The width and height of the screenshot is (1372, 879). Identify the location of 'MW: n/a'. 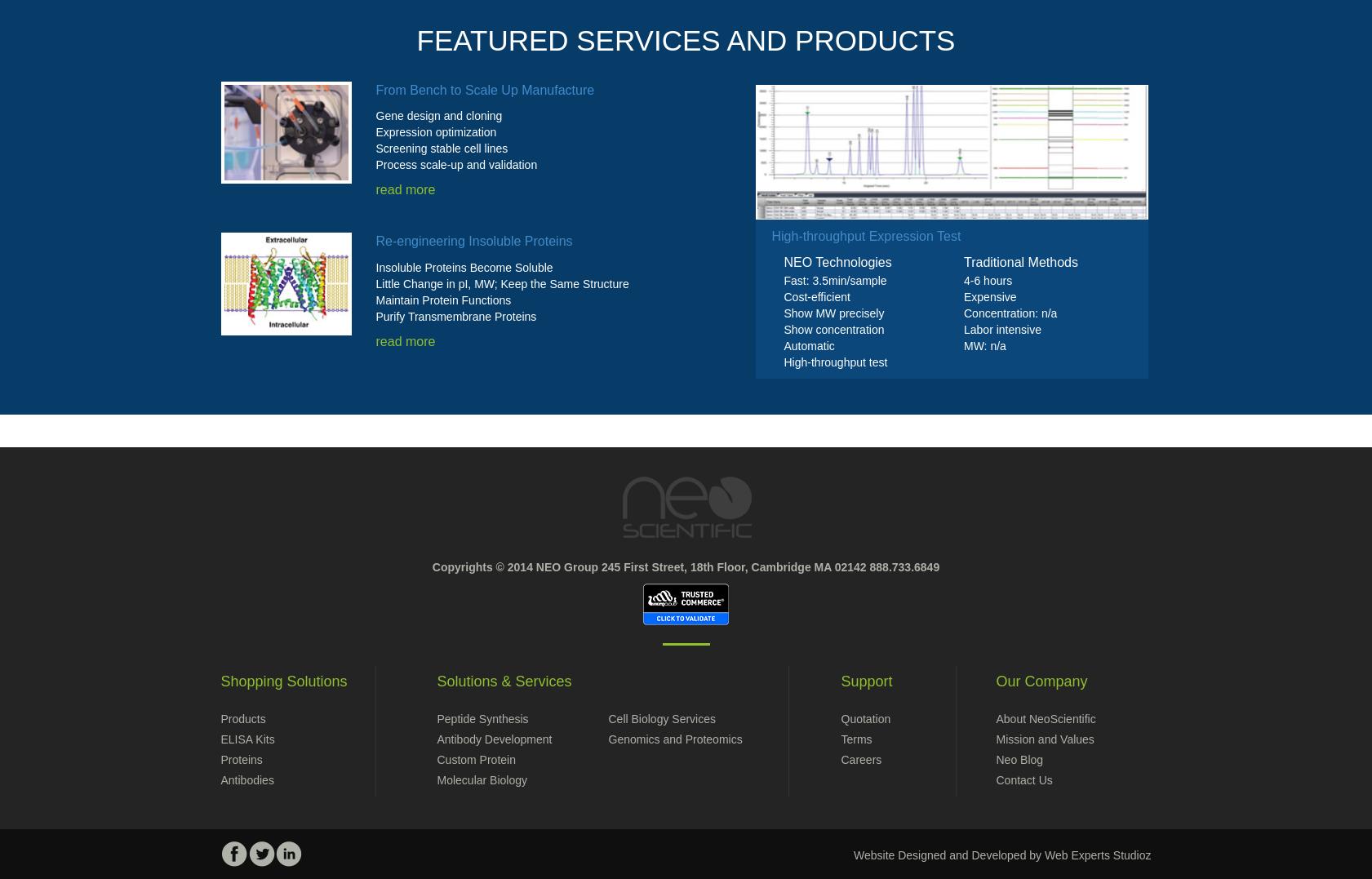
(984, 345).